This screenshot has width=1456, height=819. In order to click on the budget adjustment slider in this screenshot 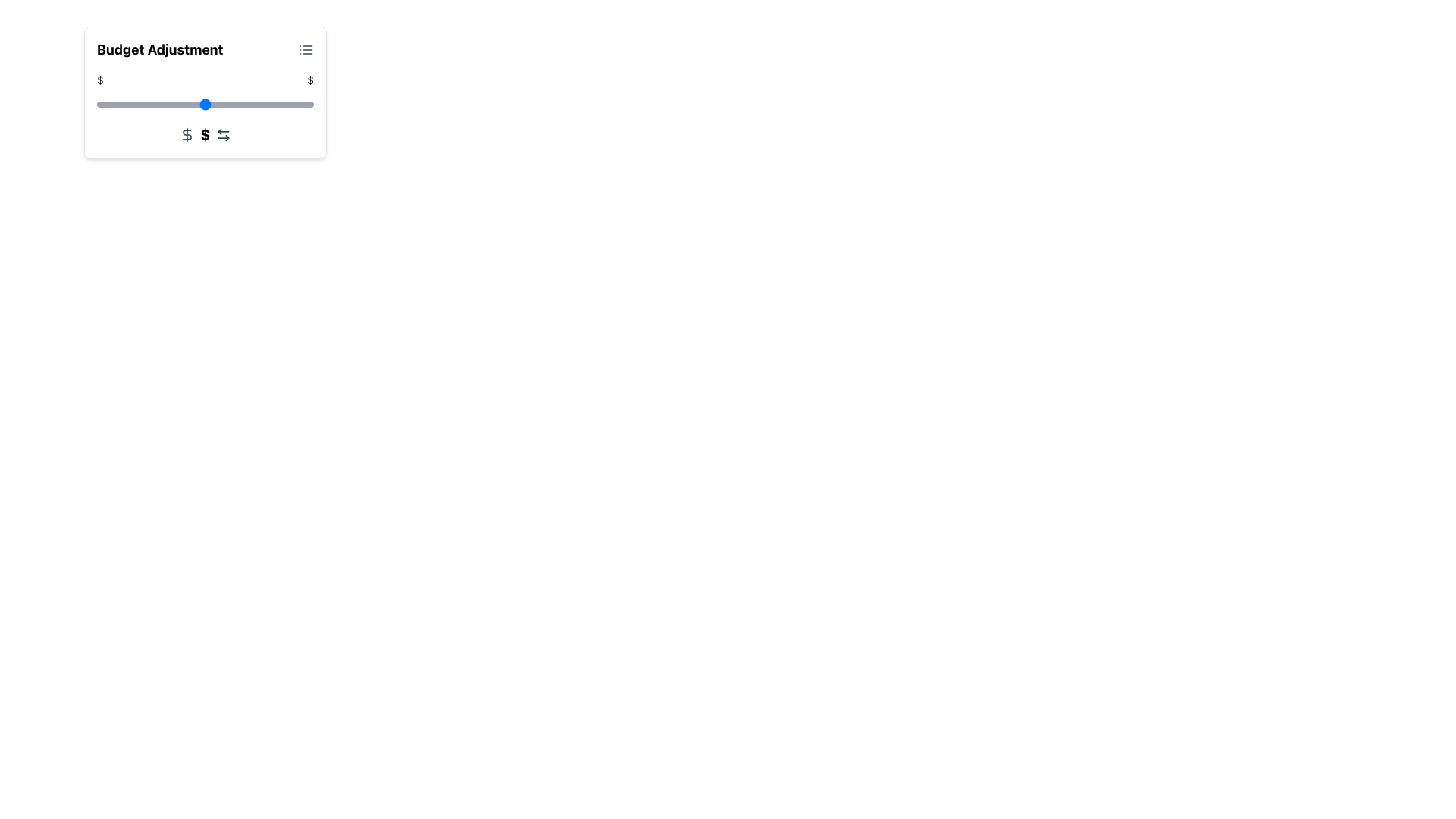, I will do `click(215, 104)`.